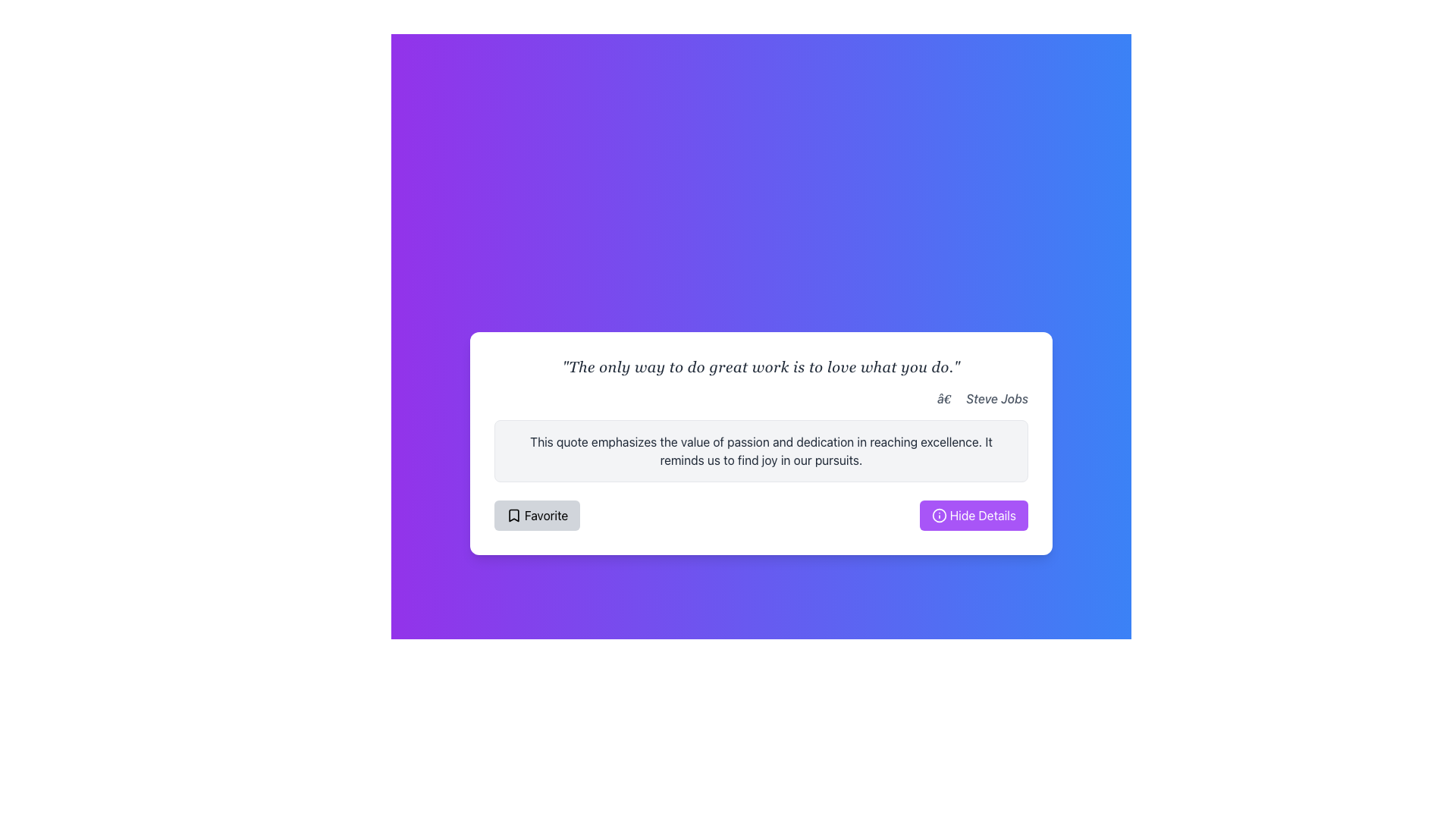 The height and width of the screenshot is (819, 1456). Describe the element at coordinates (983, 397) in the screenshot. I see `the text label attributing the quote to 'Steve Jobs' located at the bottom right corner of the quote box` at that location.